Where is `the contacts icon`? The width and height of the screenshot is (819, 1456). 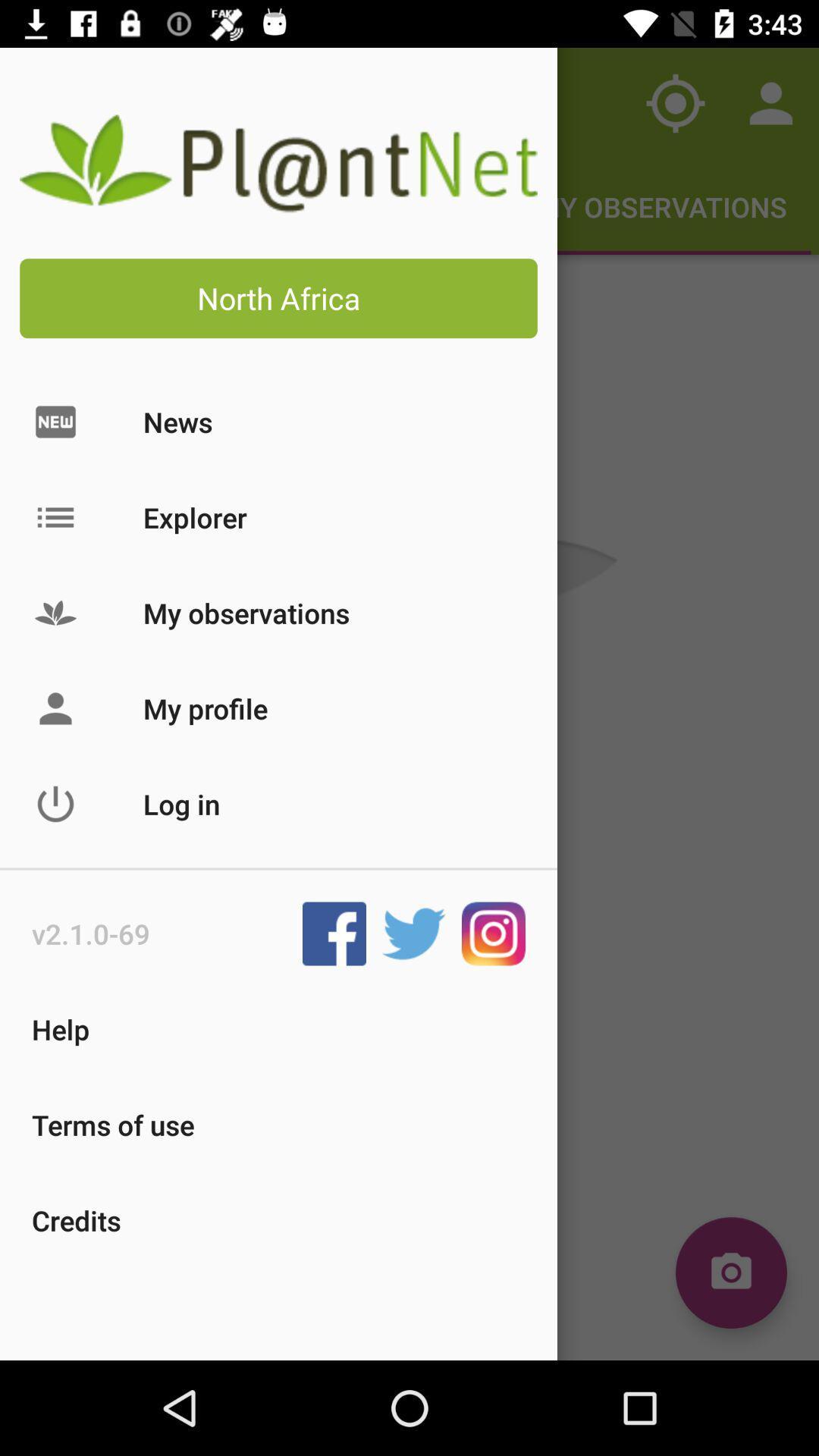
the contacts icon is located at coordinates (771, 103).